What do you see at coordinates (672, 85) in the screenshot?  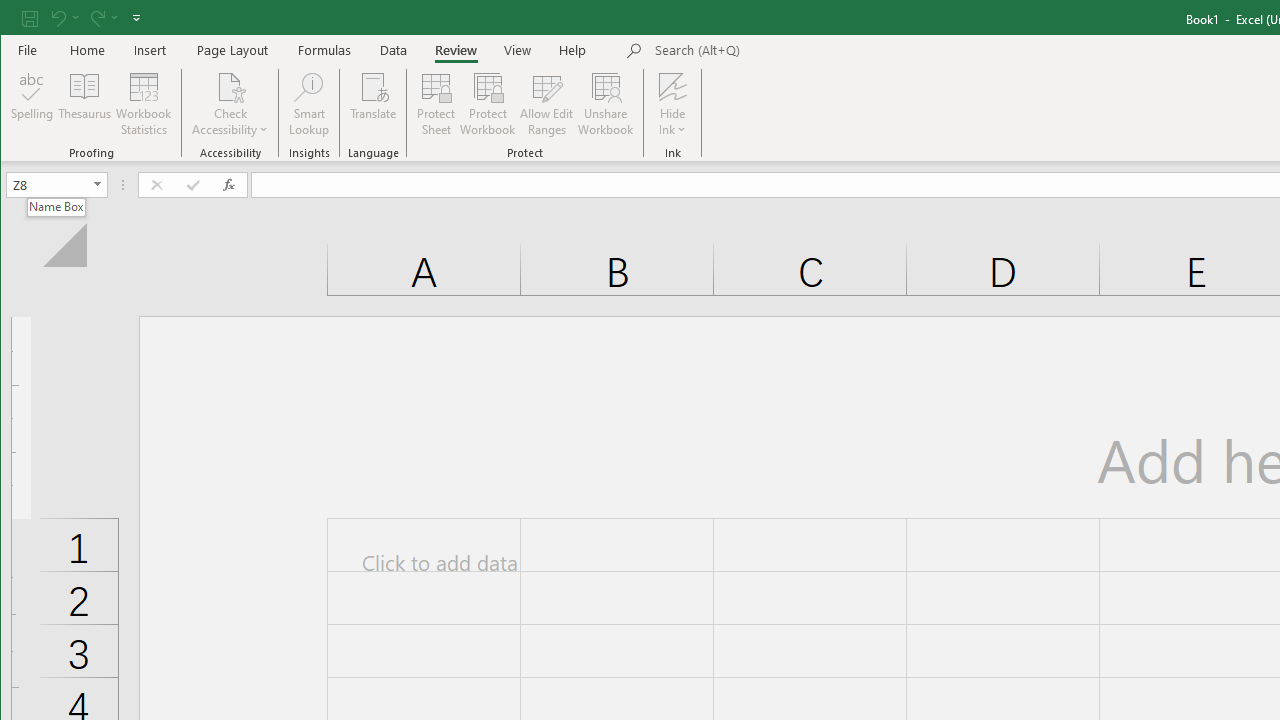 I see `'Hide Ink'` at bounding box center [672, 85].